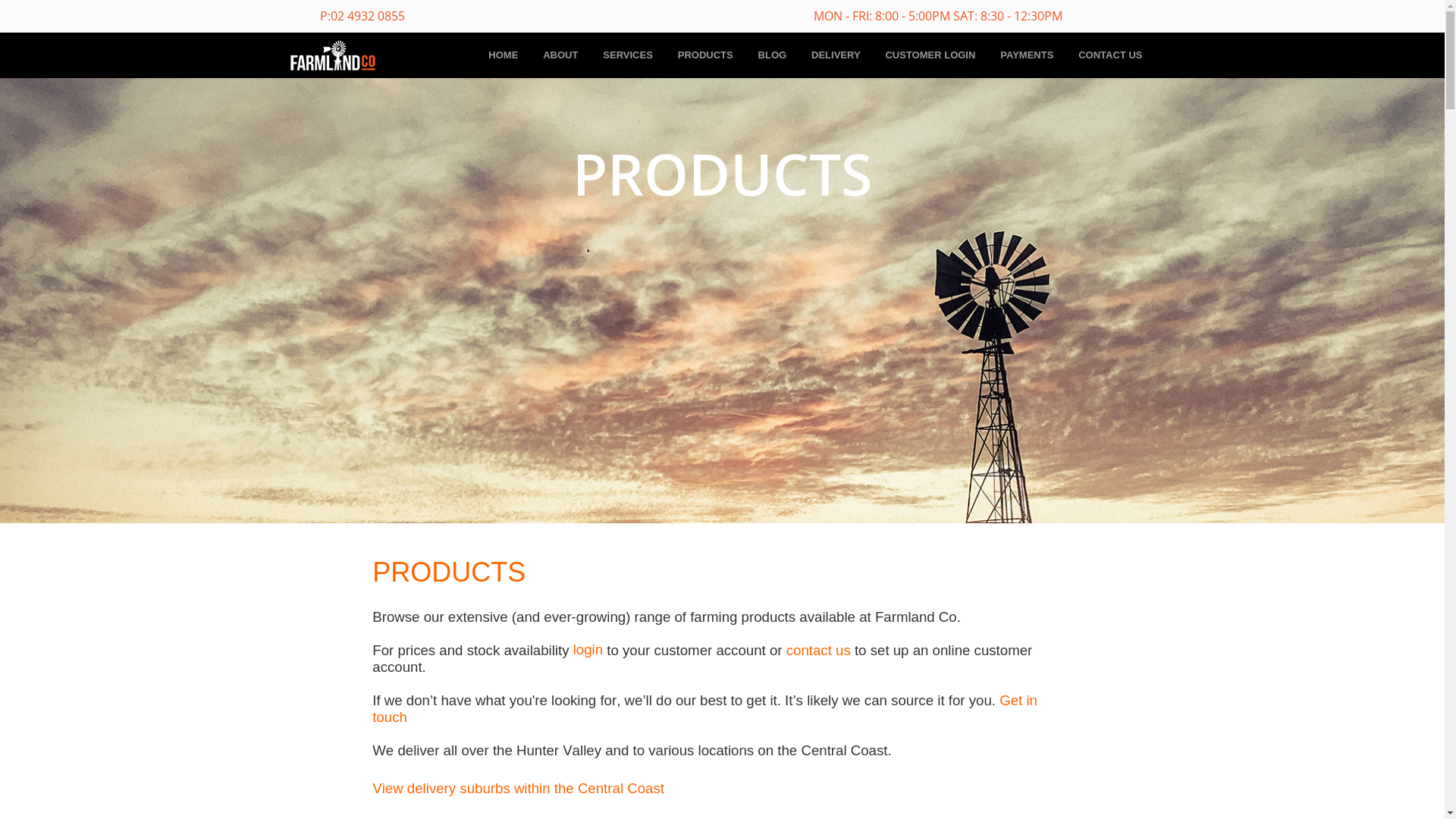  I want to click on 'CUSTOMER LOGIN', so click(929, 55).